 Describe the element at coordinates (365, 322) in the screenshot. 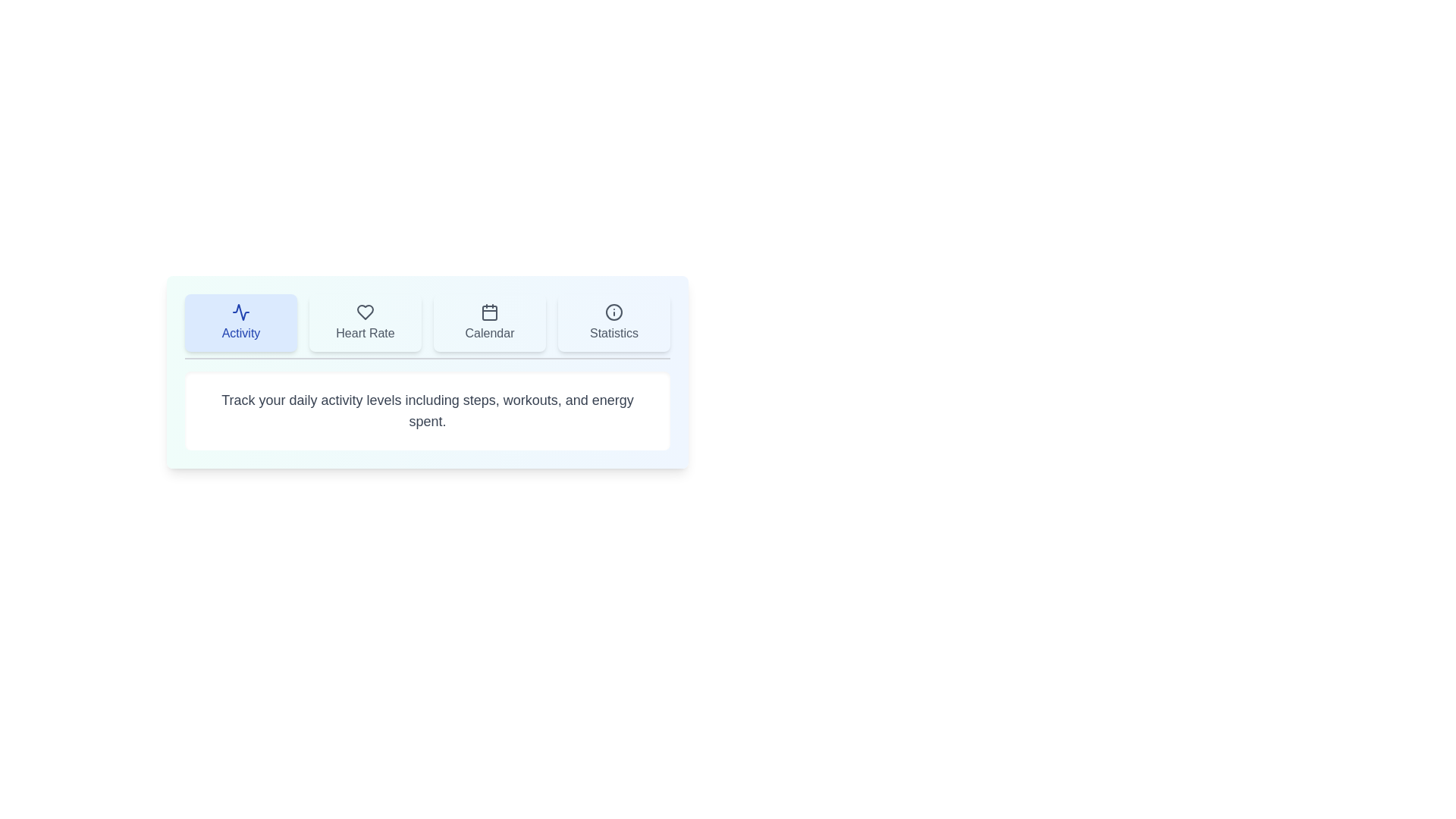

I see `the tab button labeled Heart Rate to observe its visual effects` at that location.